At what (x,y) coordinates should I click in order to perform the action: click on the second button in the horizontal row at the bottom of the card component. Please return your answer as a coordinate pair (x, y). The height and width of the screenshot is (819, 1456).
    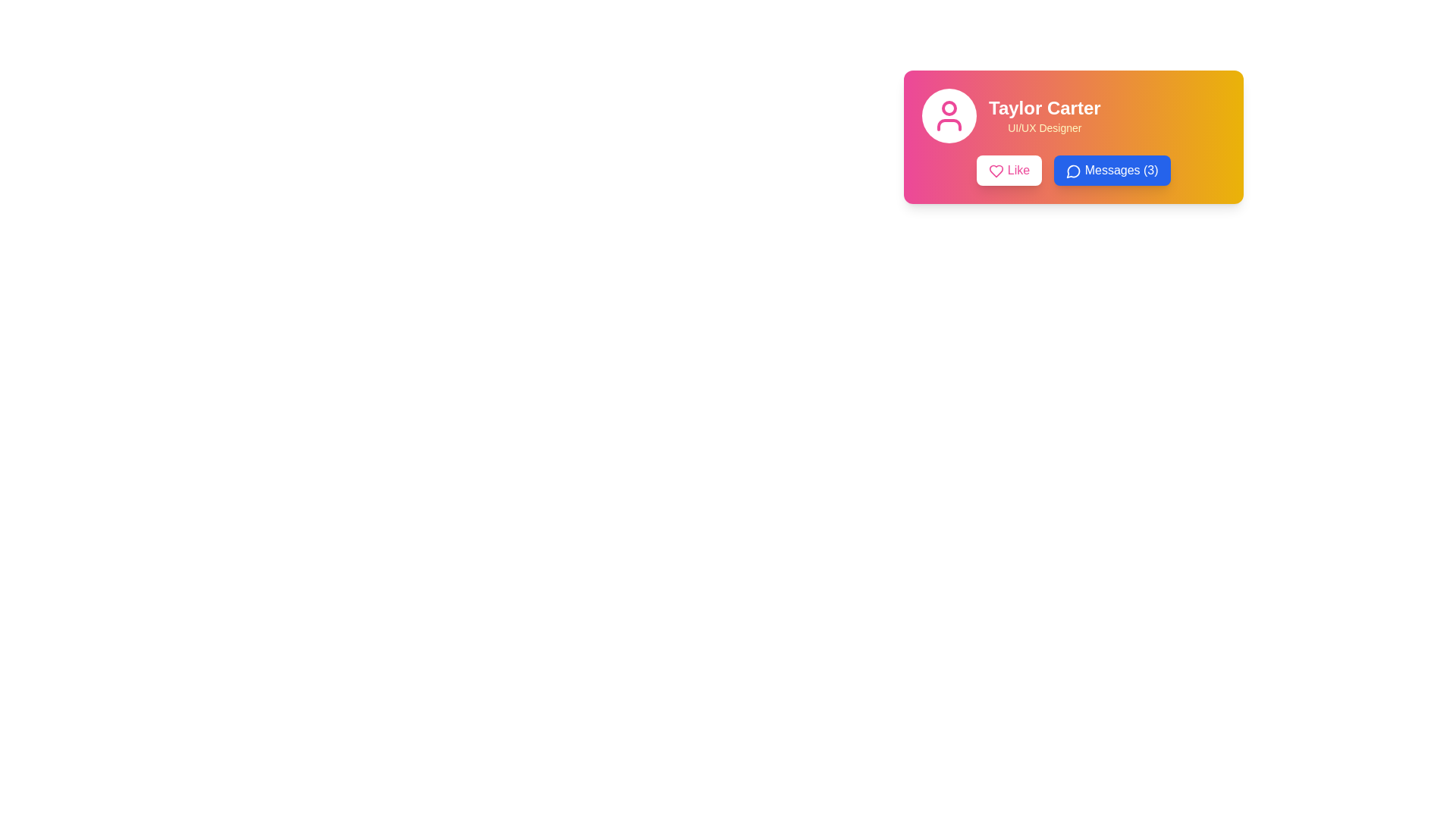
    Looking at the image, I should click on (1073, 170).